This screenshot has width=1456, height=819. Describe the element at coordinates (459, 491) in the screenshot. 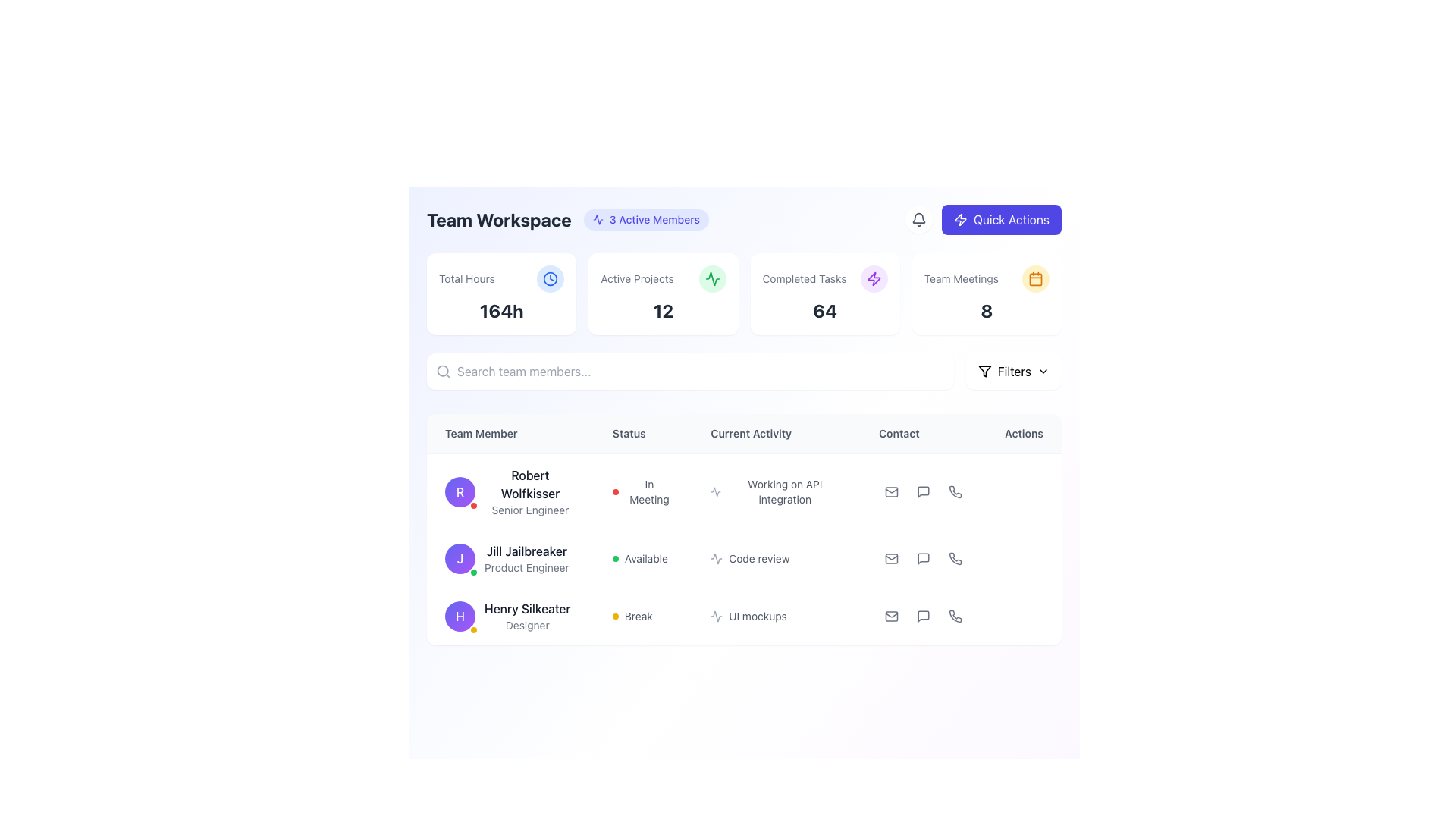

I see `the avatar of 'Robert Wolfkisser'` at that location.